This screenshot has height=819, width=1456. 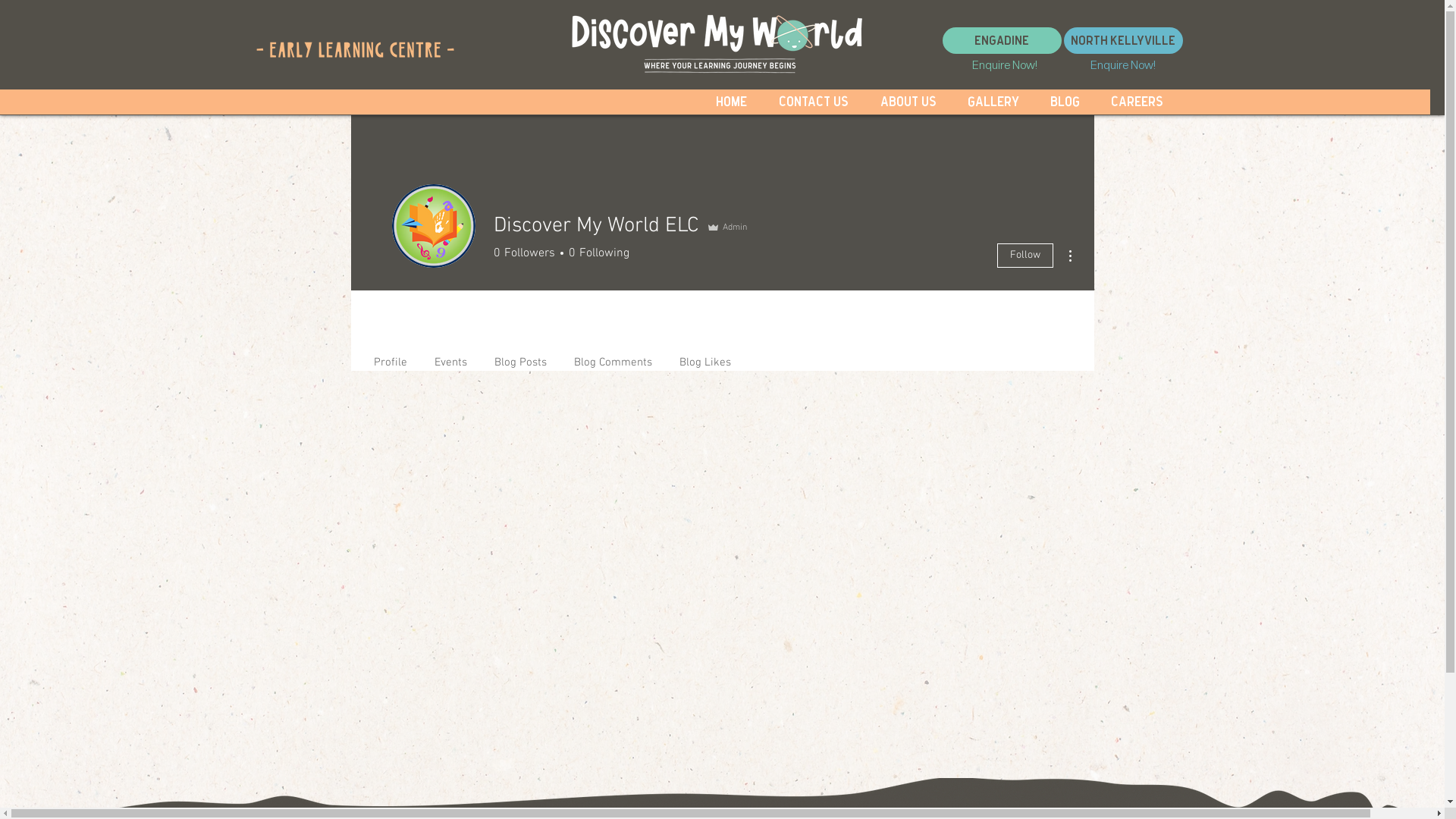 What do you see at coordinates (520, 356) in the screenshot?
I see `'Blog Posts'` at bounding box center [520, 356].